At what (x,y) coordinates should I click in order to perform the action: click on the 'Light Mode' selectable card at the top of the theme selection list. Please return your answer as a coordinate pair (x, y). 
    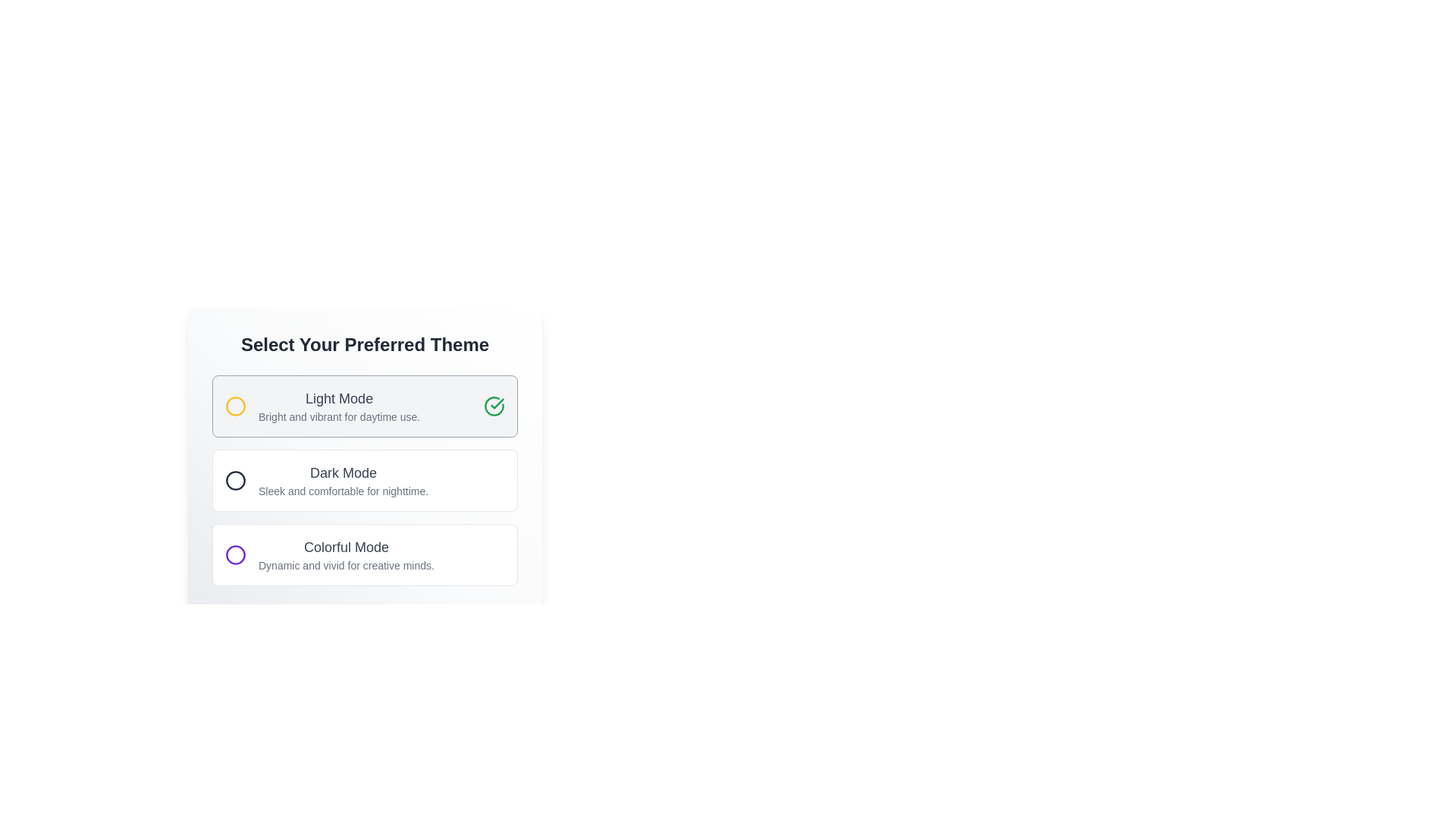
    Looking at the image, I should click on (365, 406).